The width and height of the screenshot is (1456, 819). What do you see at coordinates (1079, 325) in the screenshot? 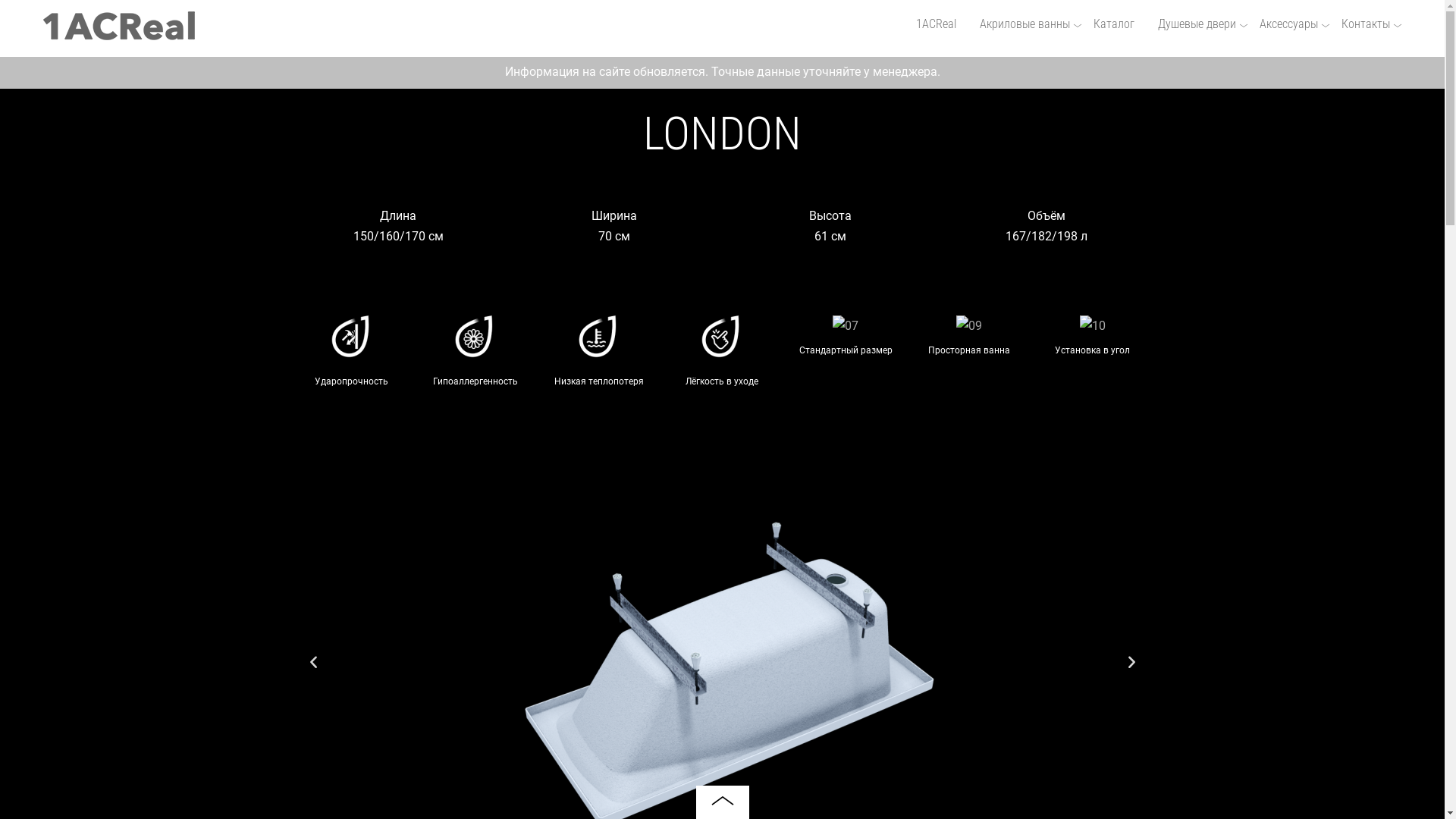
I see `'10'` at bounding box center [1079, 325].